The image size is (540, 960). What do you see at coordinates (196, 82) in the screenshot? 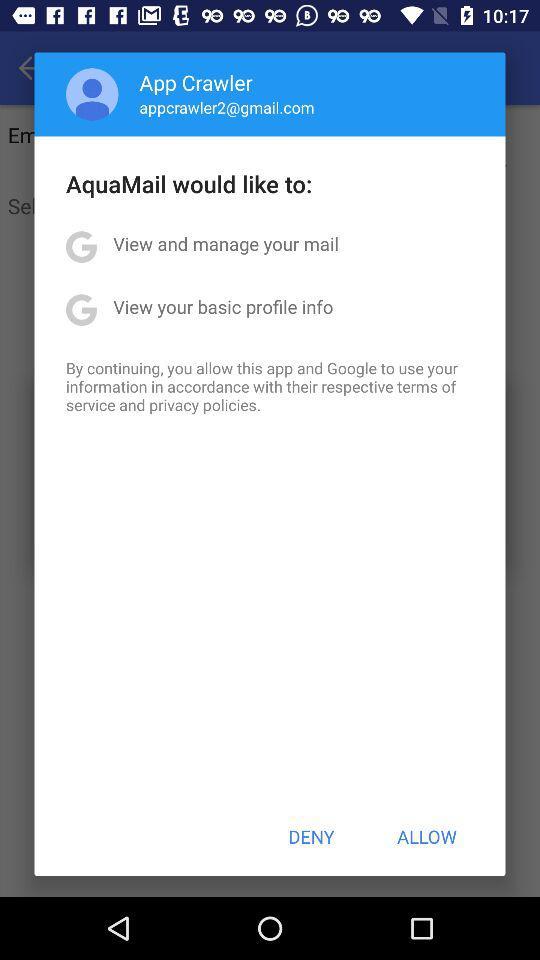
I see `app above appcrawler2@gmail.com` at bounding box center [196, 82].